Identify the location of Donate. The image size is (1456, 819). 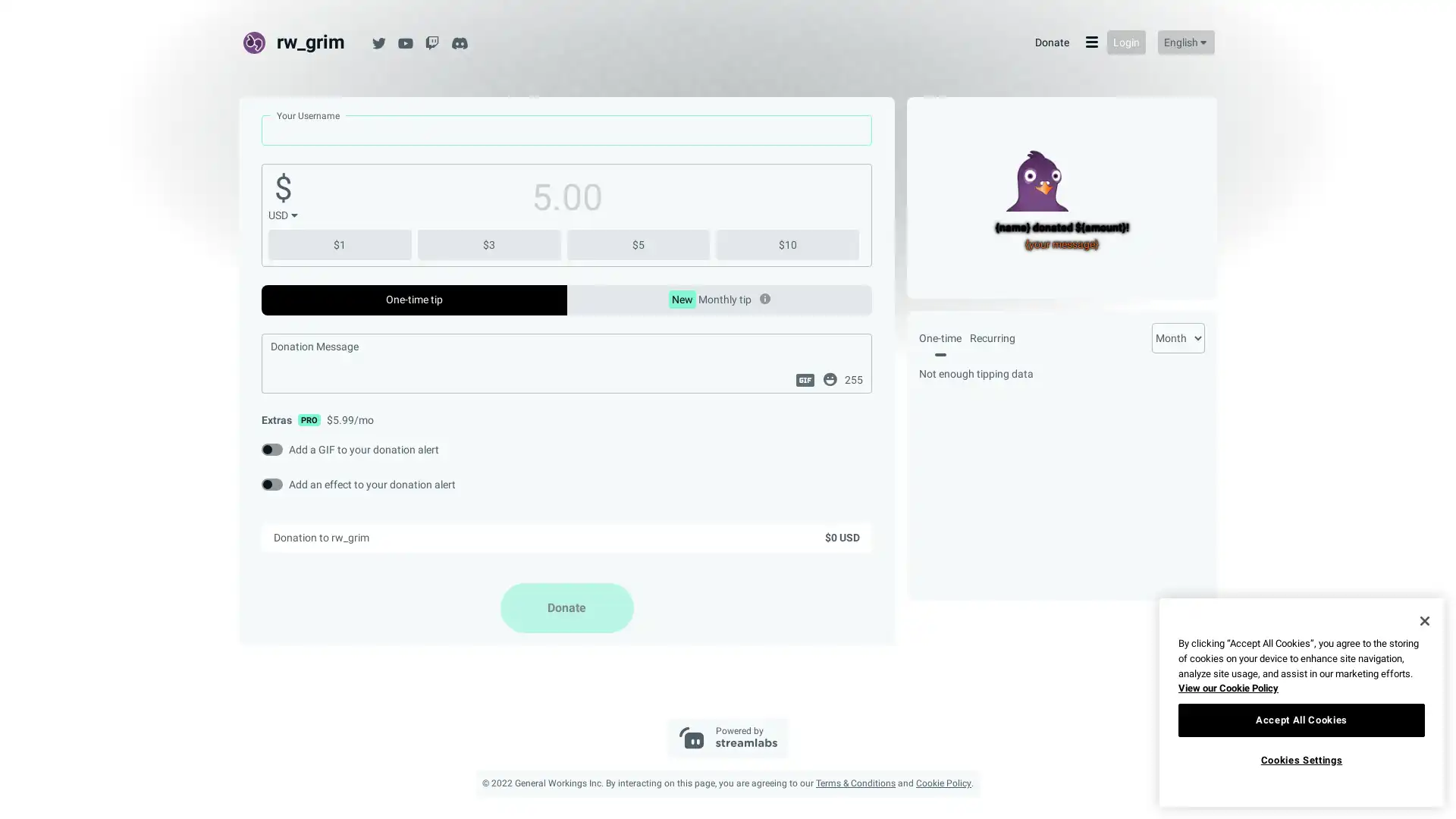
(566, 607).